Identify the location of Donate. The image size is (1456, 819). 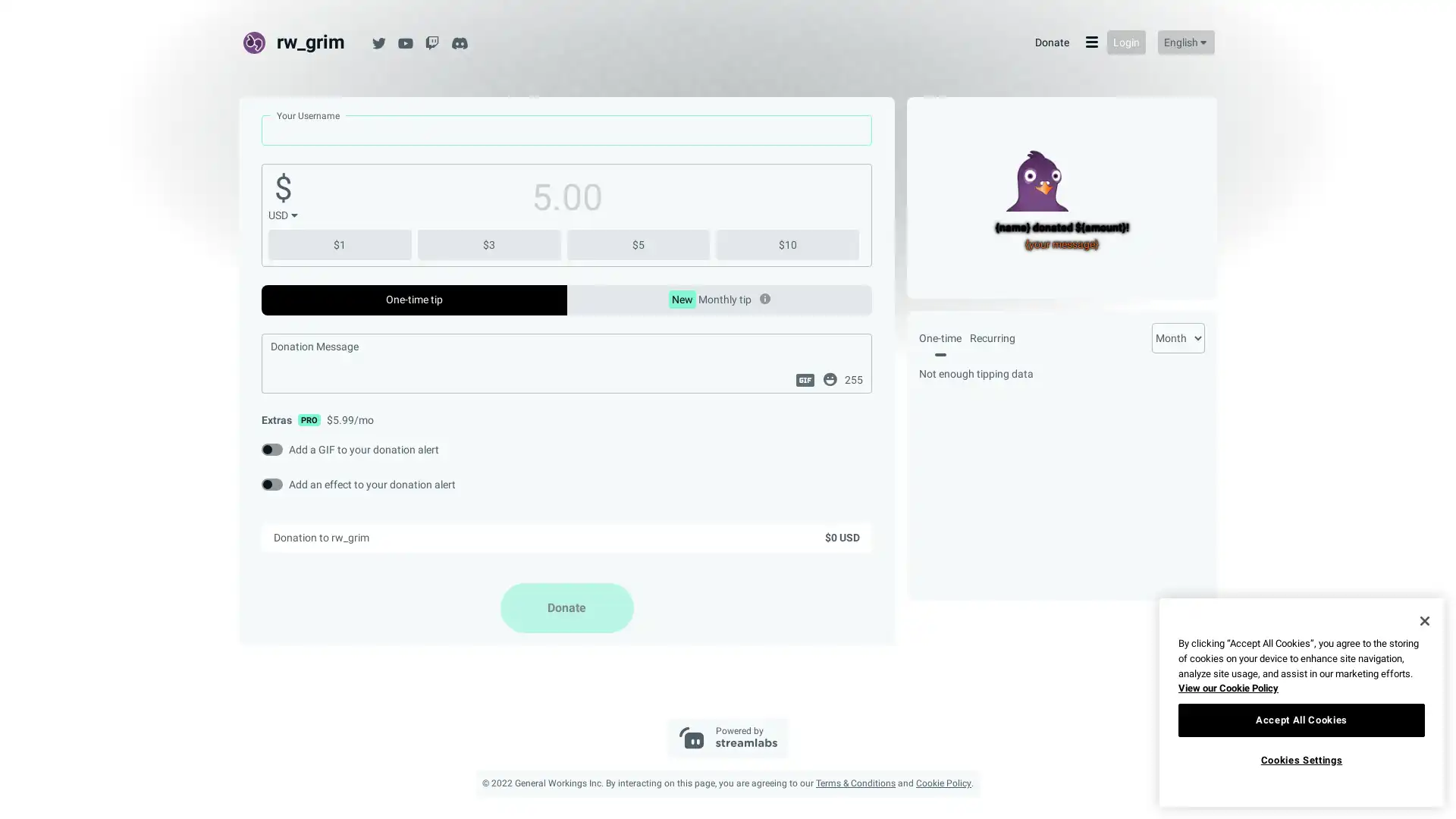
(566, 607).